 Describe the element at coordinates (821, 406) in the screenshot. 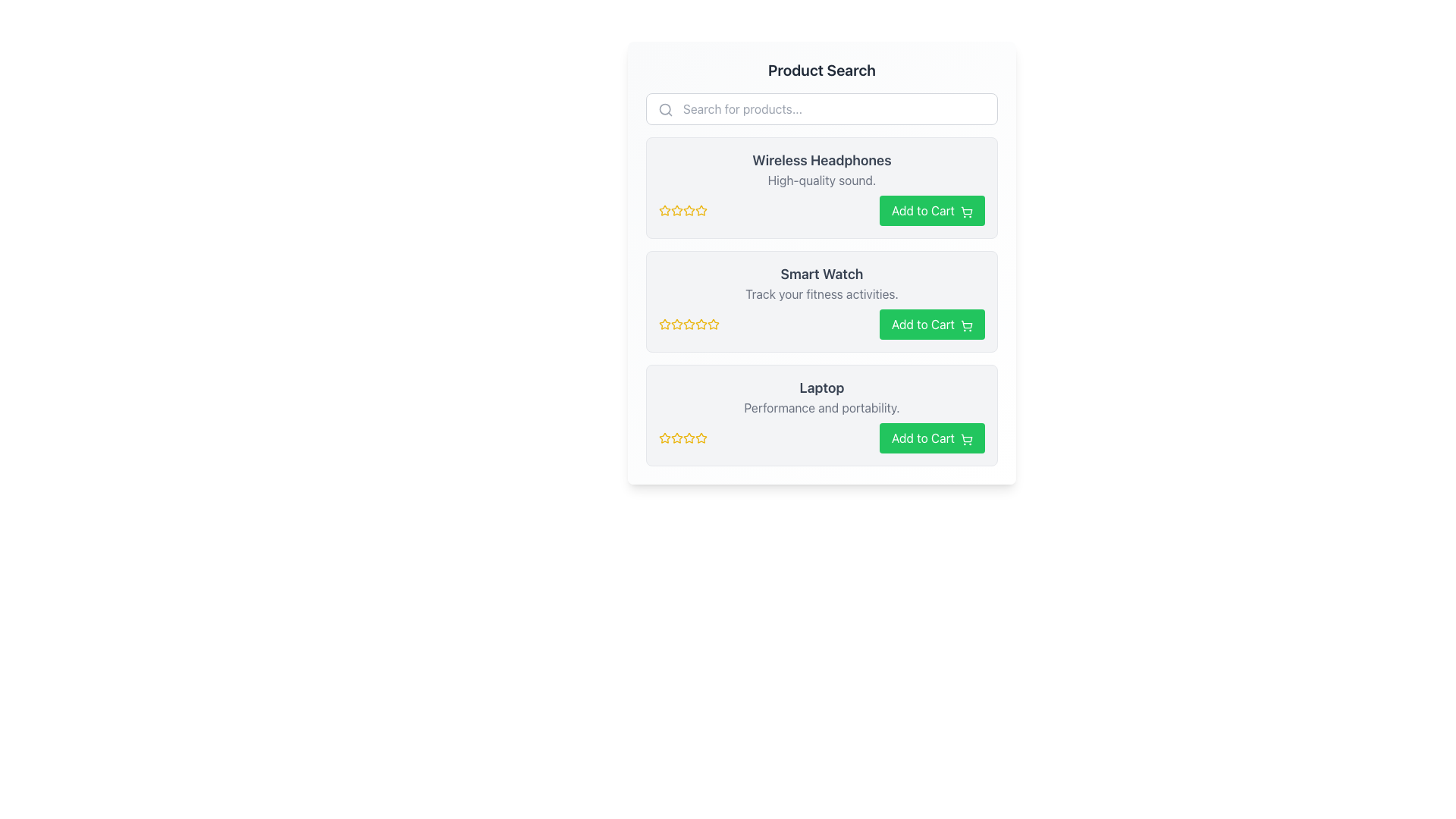

I see `the text label that describes the product 'Laptop', which is located below the title and above the rating stars and 'Add to Cart' button` at that location.